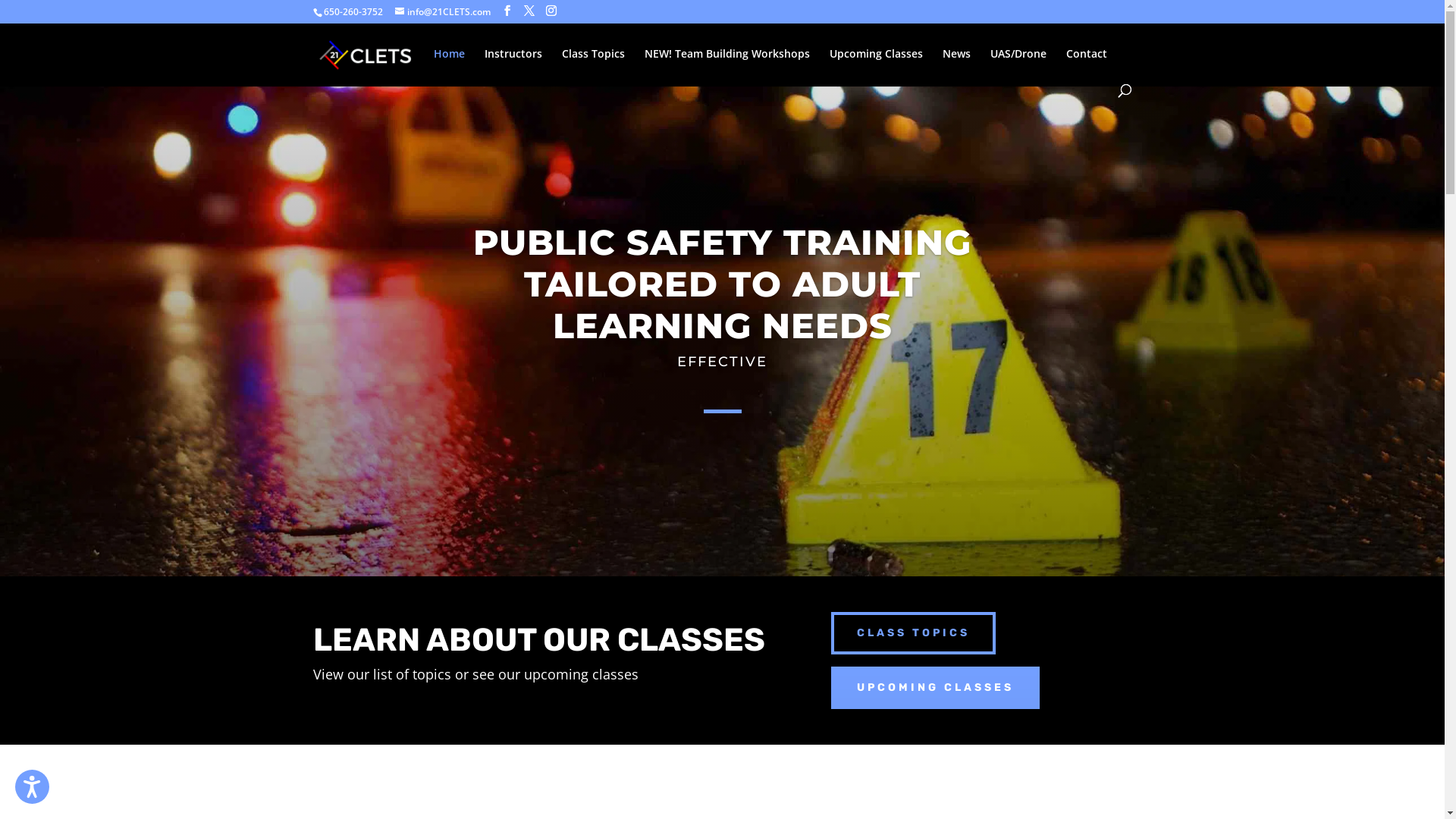  Describe the element at coordinates (1018, 65) in the screenshot. I see `'UAS/Drone'` at that location.